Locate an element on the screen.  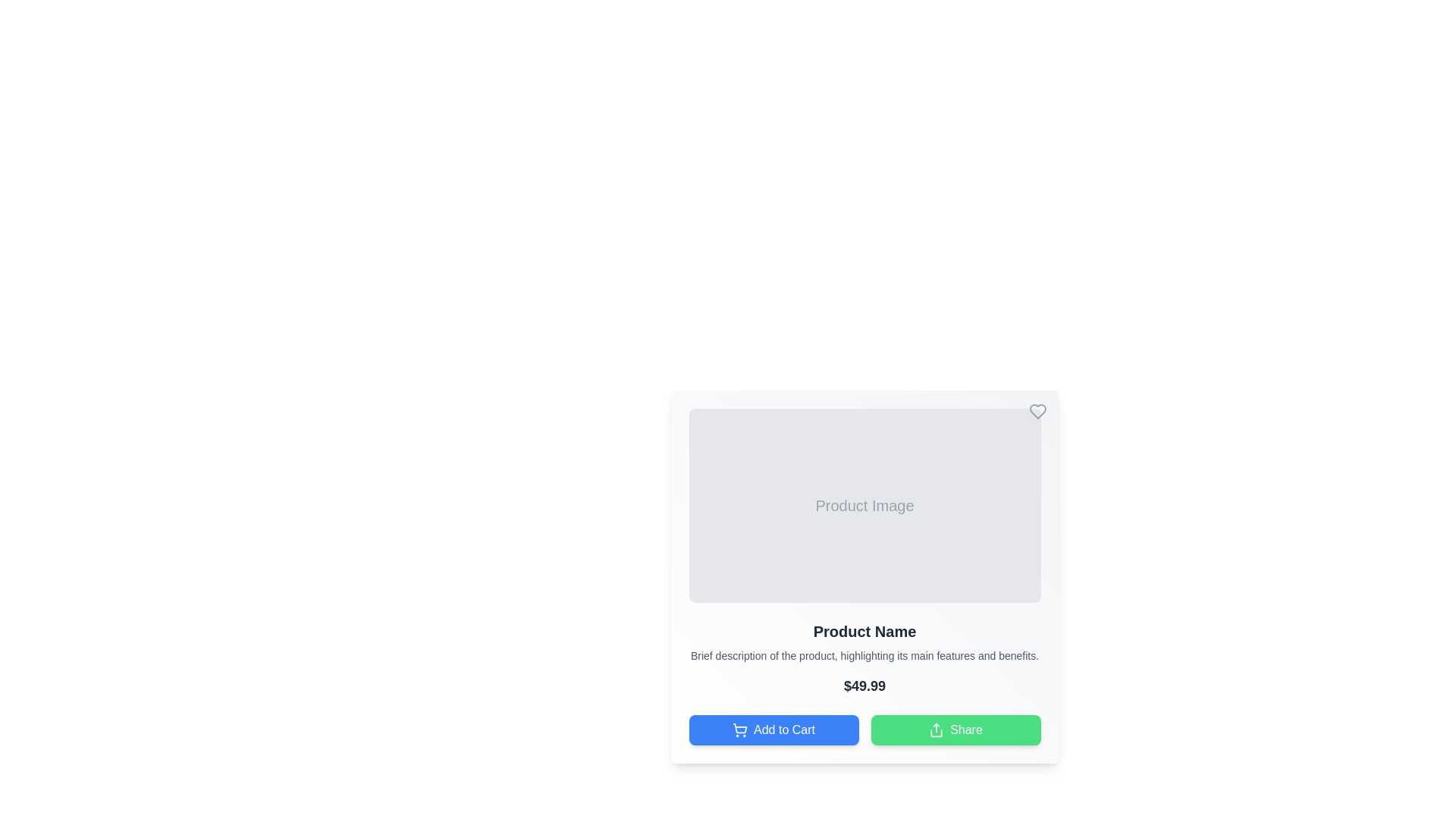
the text label that displays the product name, which is centrally located in the card layout below the 'Product Image' placeholder and above the description text is located at coordinates (864, 632).